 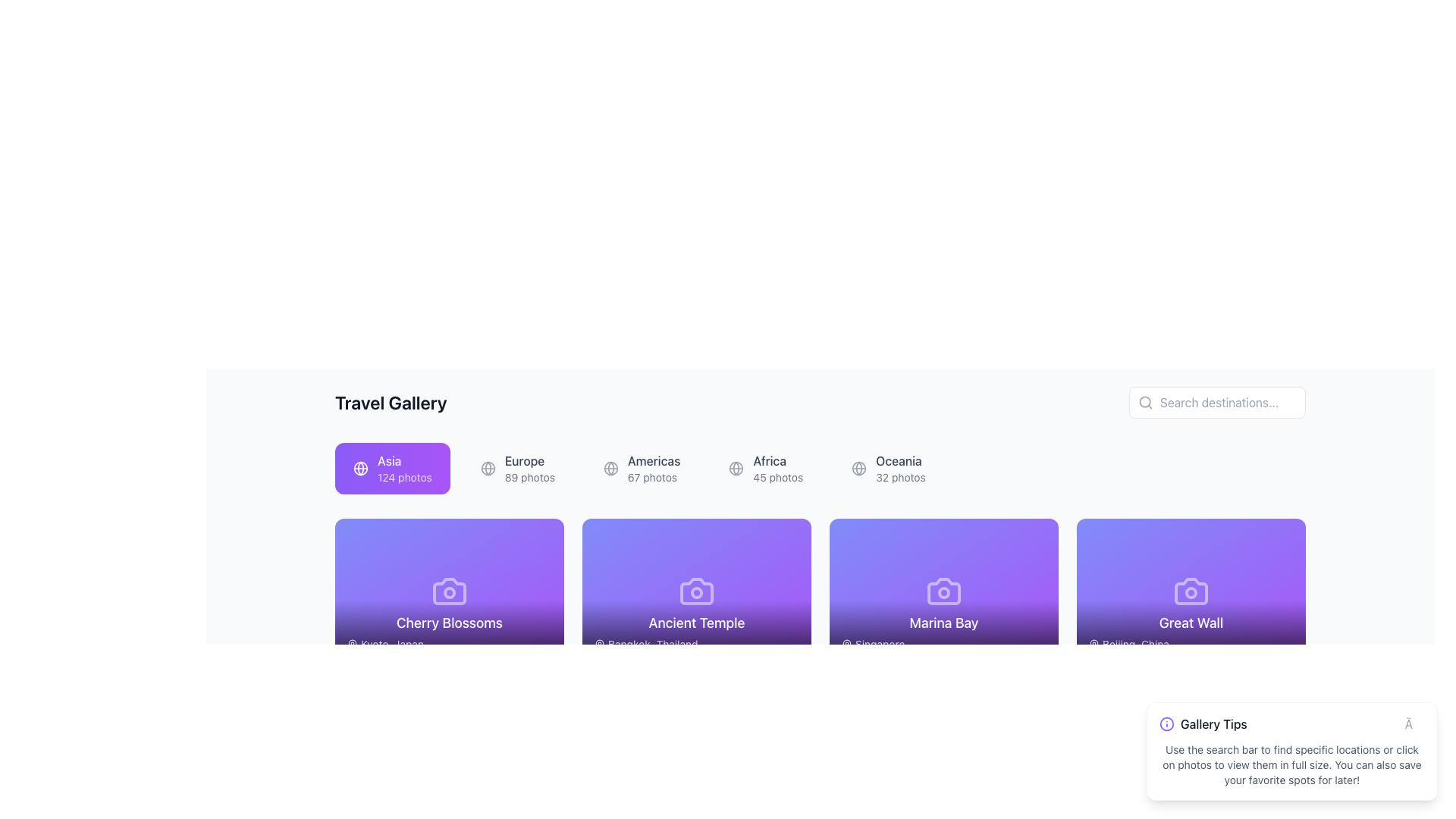 I want to click on the interactive actions panel located in the top-right corner of the 'Ancient Temple' card, so click(x=754, y=543).